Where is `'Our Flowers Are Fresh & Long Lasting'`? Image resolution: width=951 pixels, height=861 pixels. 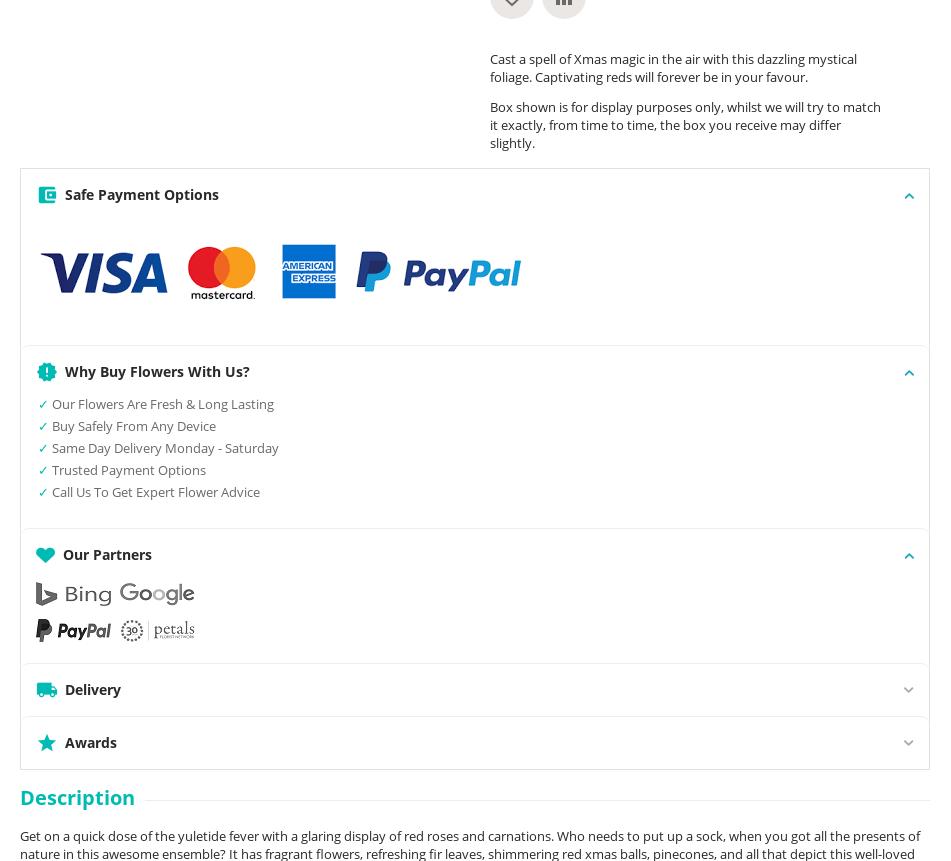 'Our Flowers Are Fresh & Long Lasting' is located at coordinates (163, 403).